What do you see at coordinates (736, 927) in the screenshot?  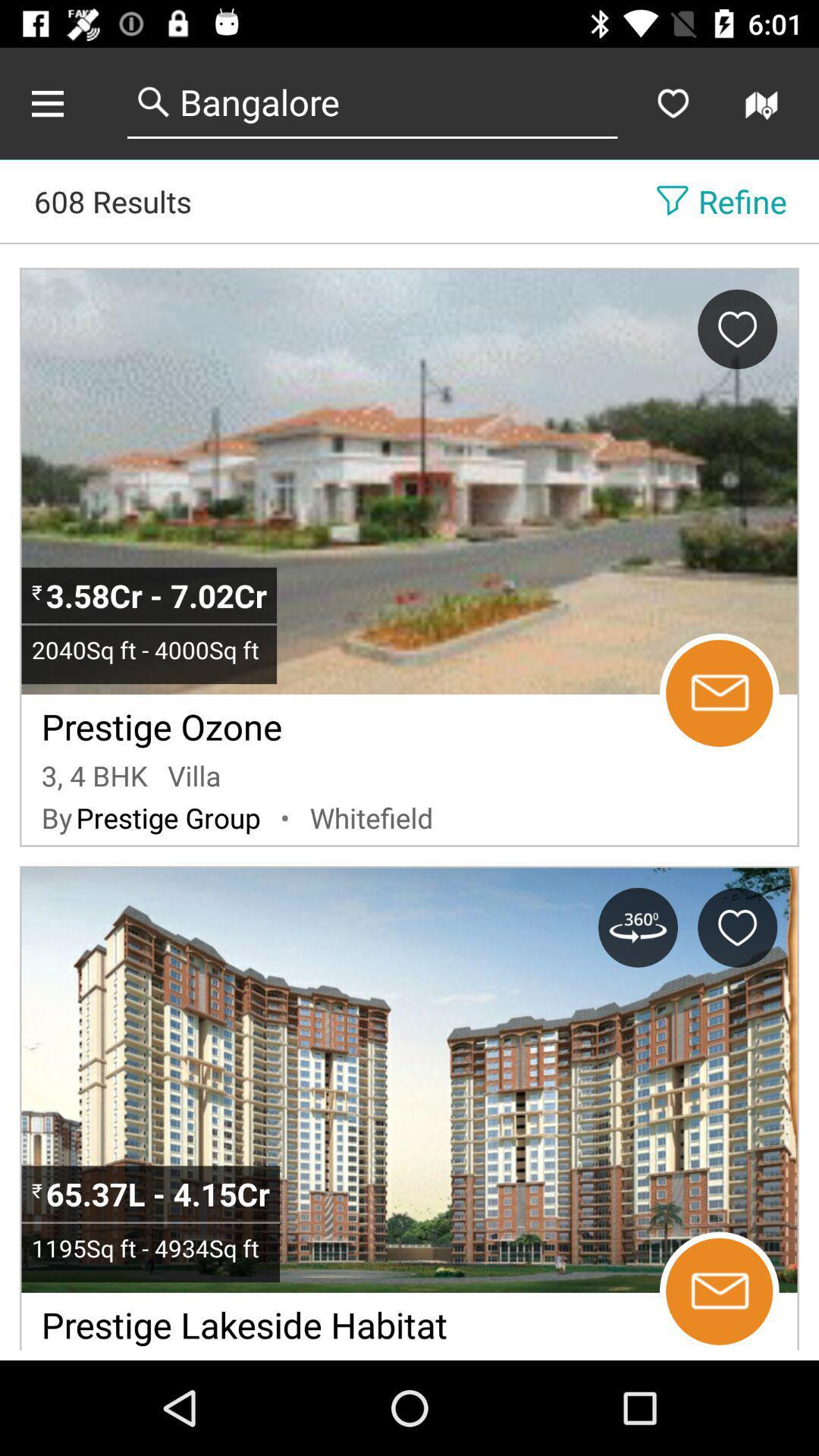 I see `like or favorite` at bounding box center [736, 927].